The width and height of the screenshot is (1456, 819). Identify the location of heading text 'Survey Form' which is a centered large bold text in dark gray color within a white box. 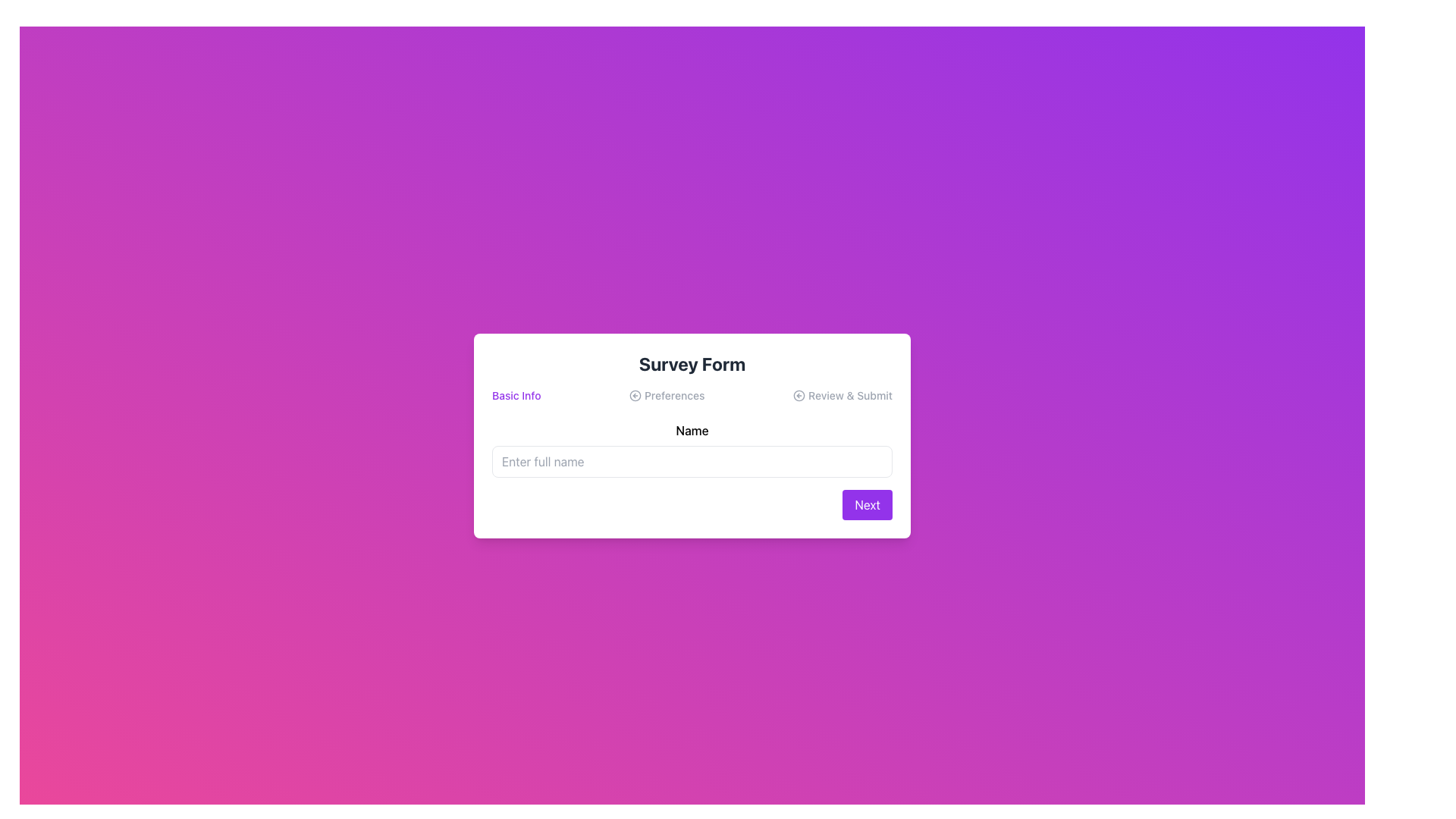
(691, 363).